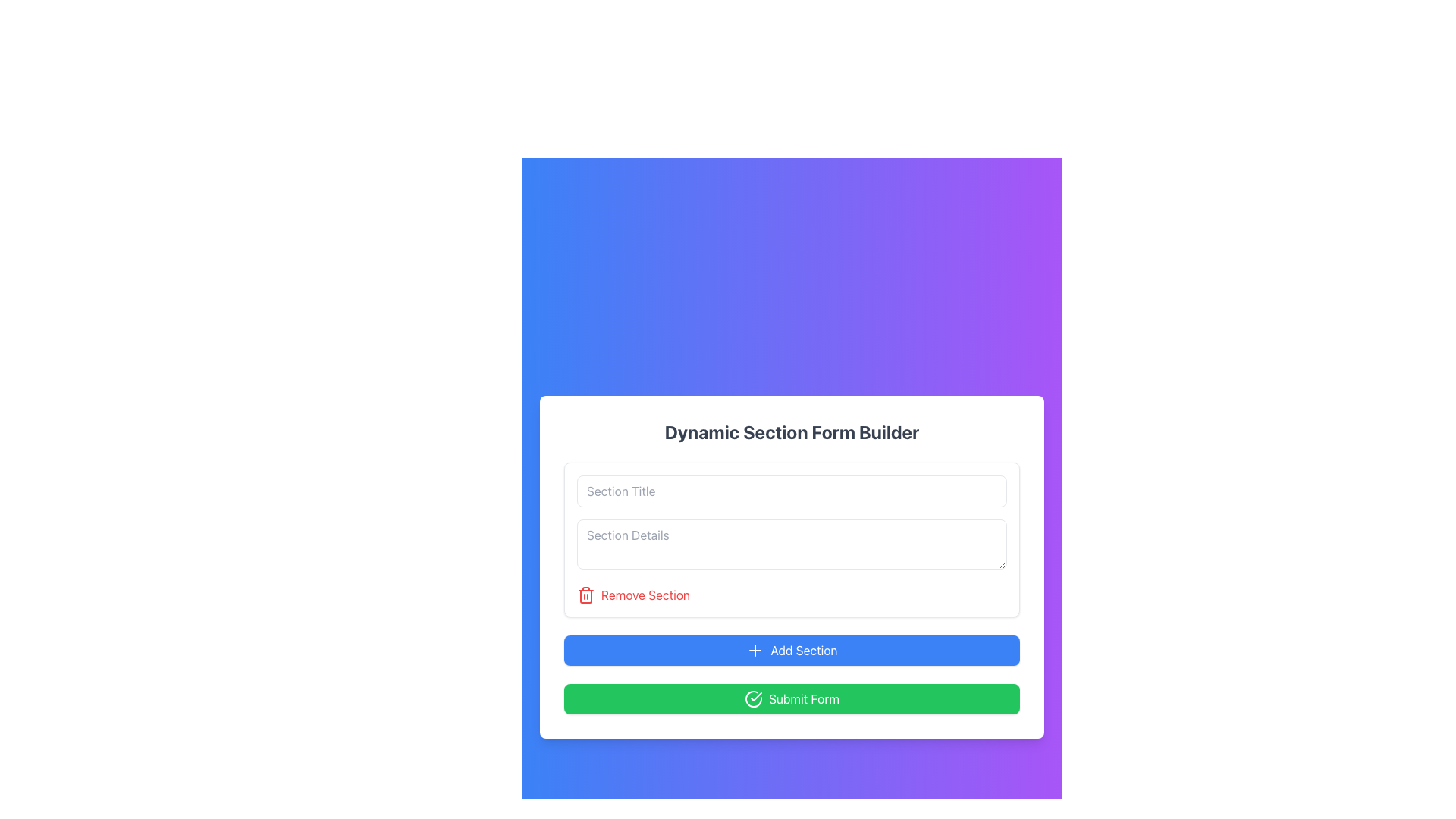 Image resolution: width=1456 pixels, height=819 pixels. I want to click on the 'Remove Section' button by clicking on the red trash bin icon located to the left of the text label, so click(585, 595).